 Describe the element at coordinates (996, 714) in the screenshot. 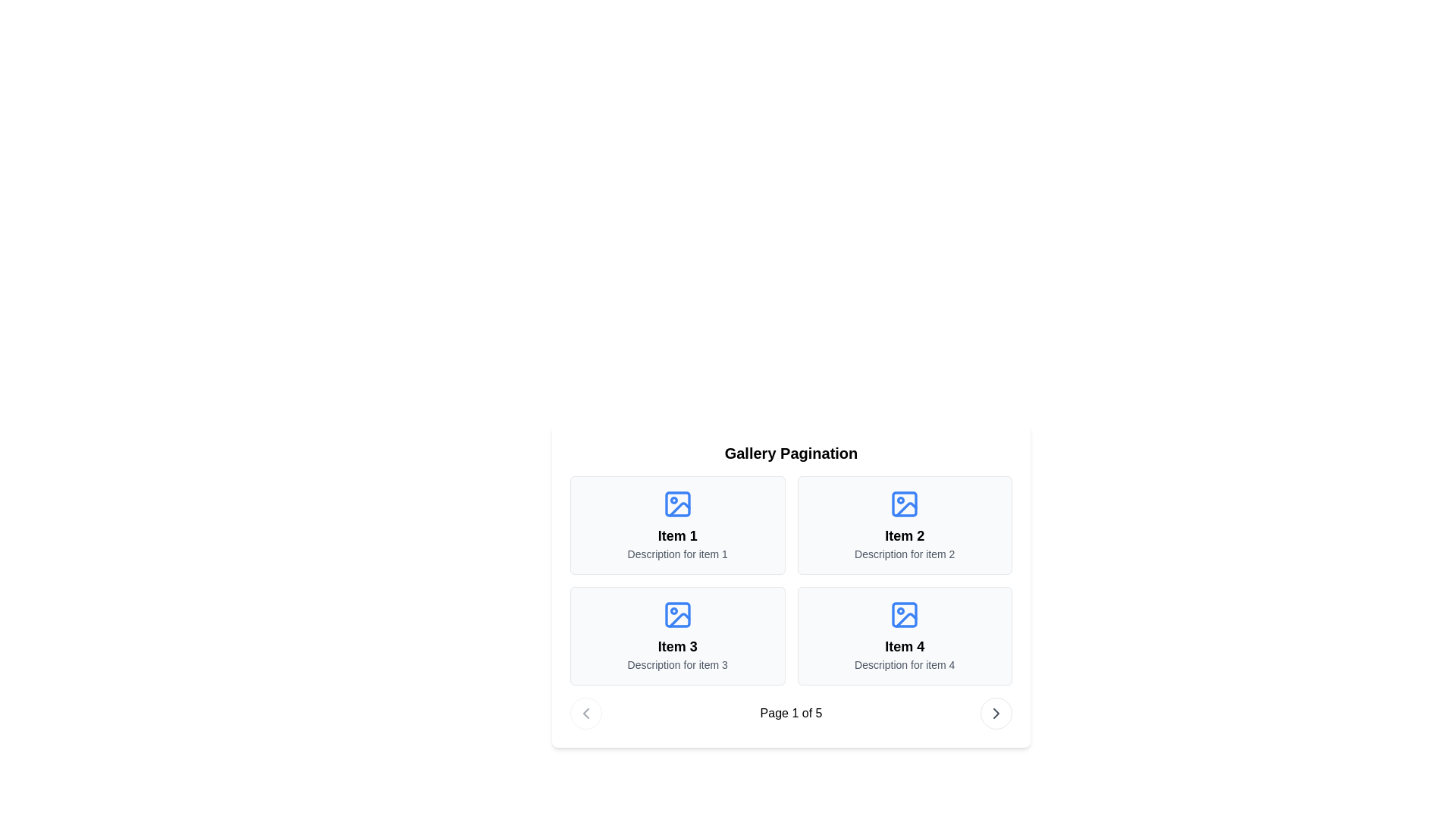

I see `the pagination button located at the bottom center of the interface` at that location.